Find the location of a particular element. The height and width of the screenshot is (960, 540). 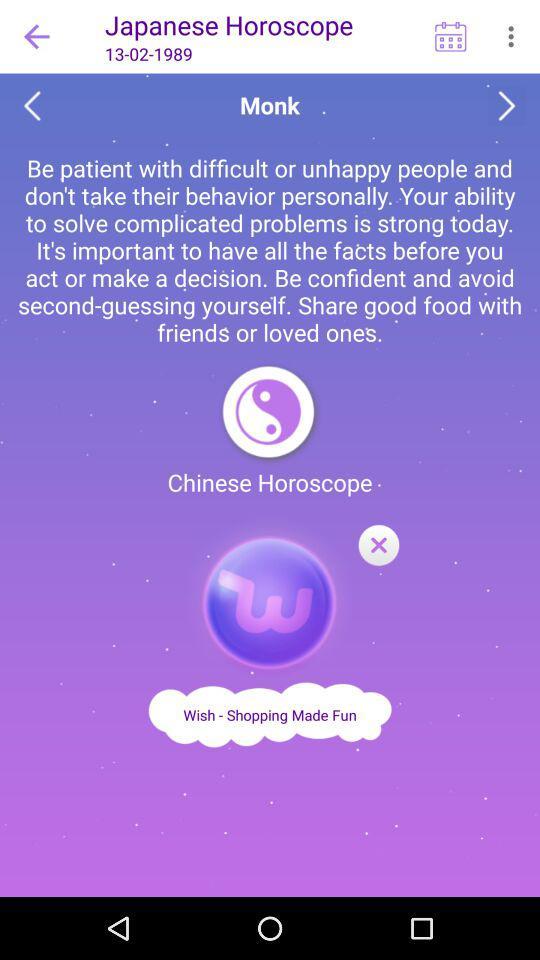

wish shopping made fun is located at coordinates (270, 714).